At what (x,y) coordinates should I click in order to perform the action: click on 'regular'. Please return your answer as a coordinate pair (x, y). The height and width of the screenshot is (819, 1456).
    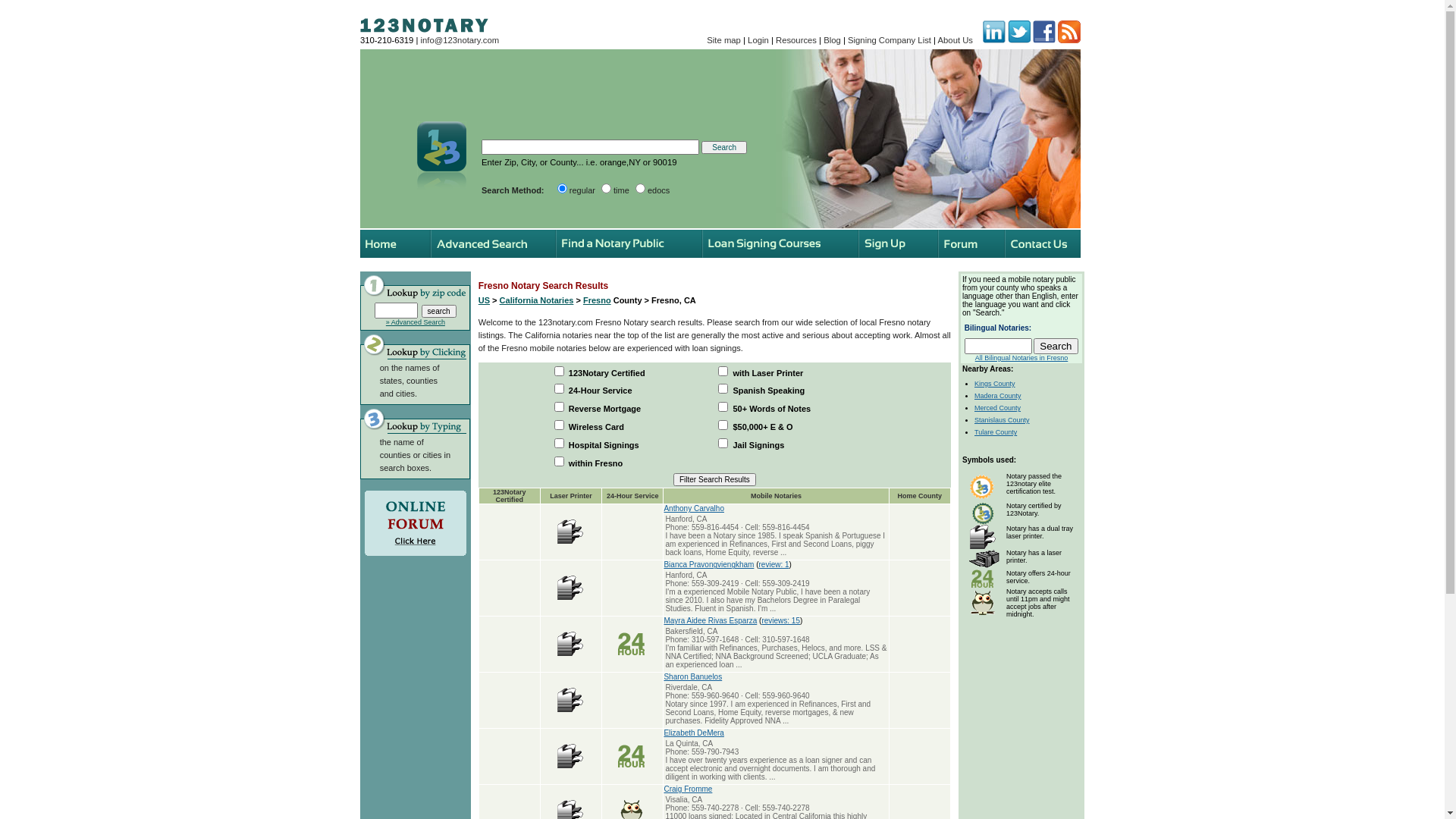
    Looking at the image, I should click on (556, 187).